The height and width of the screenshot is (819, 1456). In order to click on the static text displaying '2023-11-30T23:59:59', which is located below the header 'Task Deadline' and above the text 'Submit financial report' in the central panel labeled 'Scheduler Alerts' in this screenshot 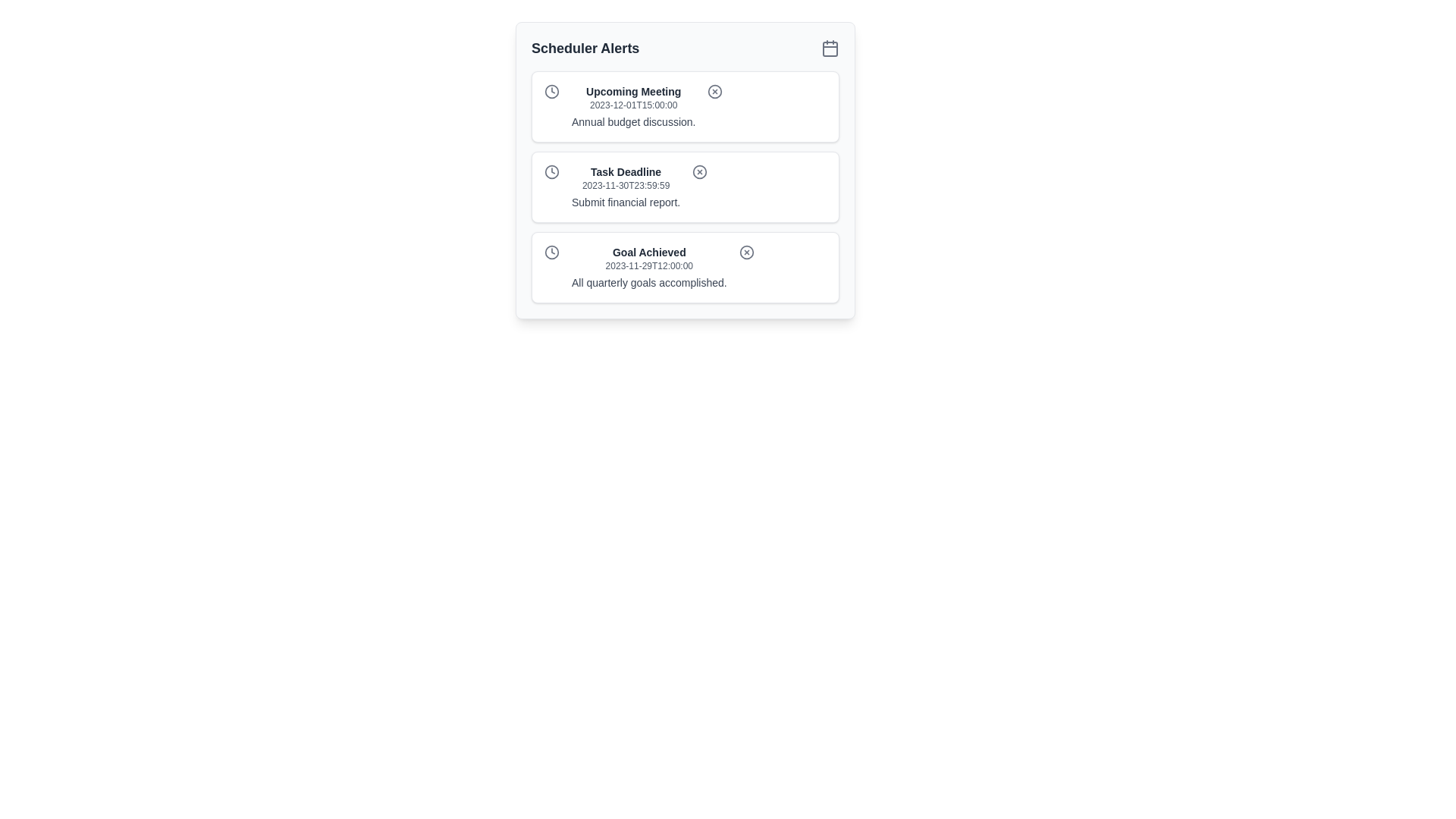, I will do `click(626, 185)`.